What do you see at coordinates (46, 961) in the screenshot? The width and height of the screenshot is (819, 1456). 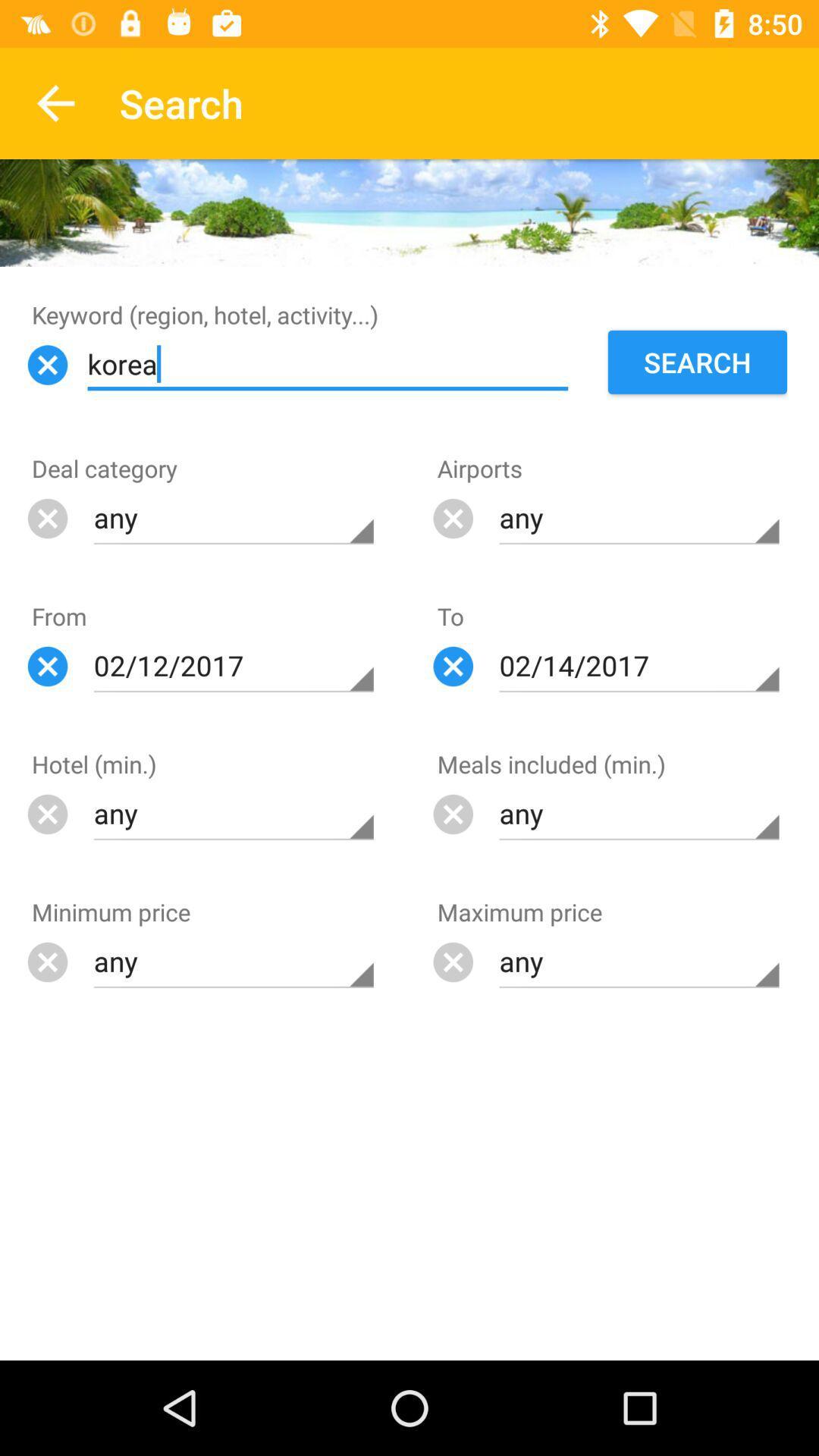 I see `the close icon` at bounding box center [46, 961].